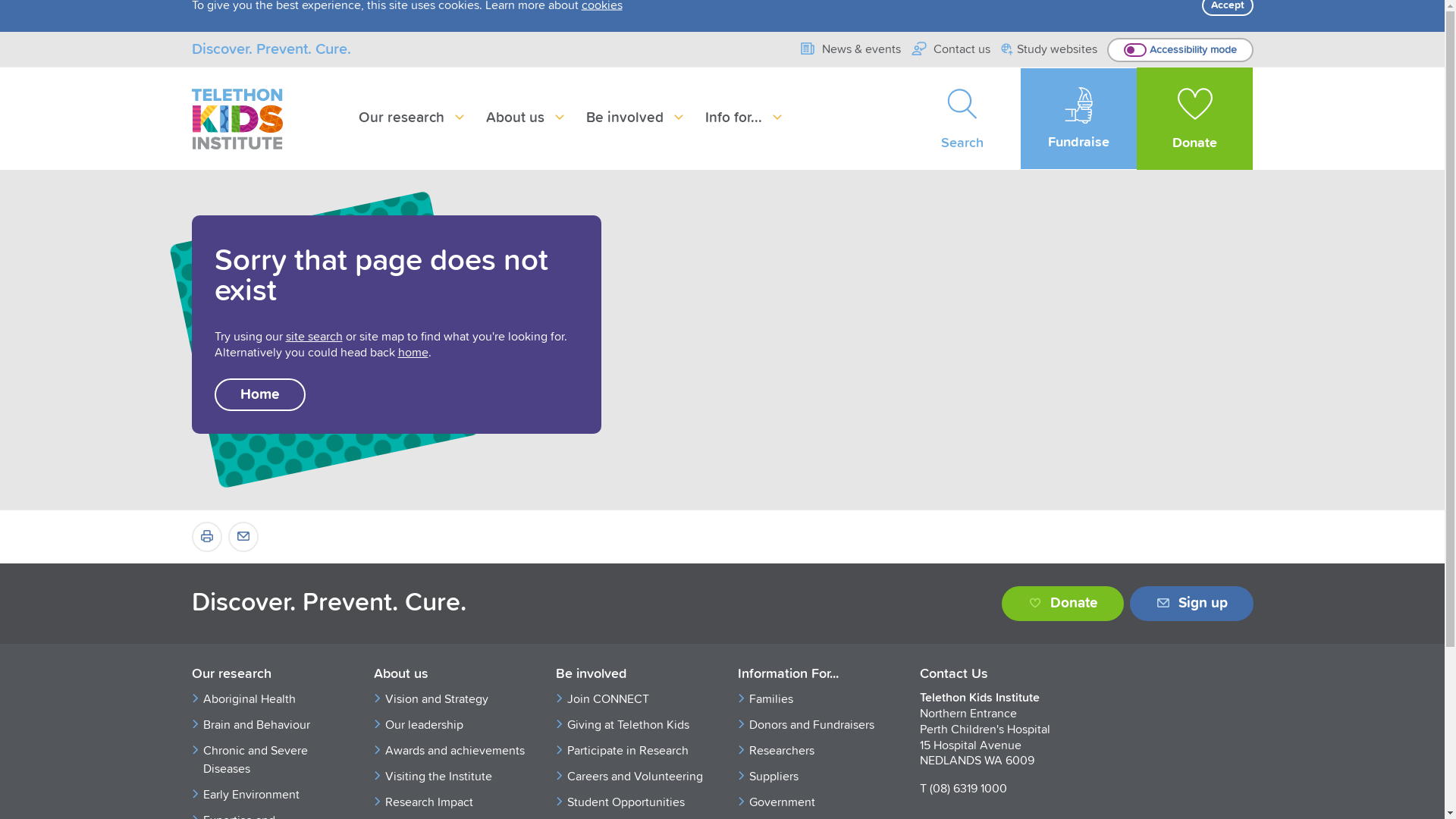 The width and height of the screenshot is (1456, 819). What do you see at coordinates (994, 674) in the screenshot?
I see `'Contact Us'` at bounding box center [994, 674].